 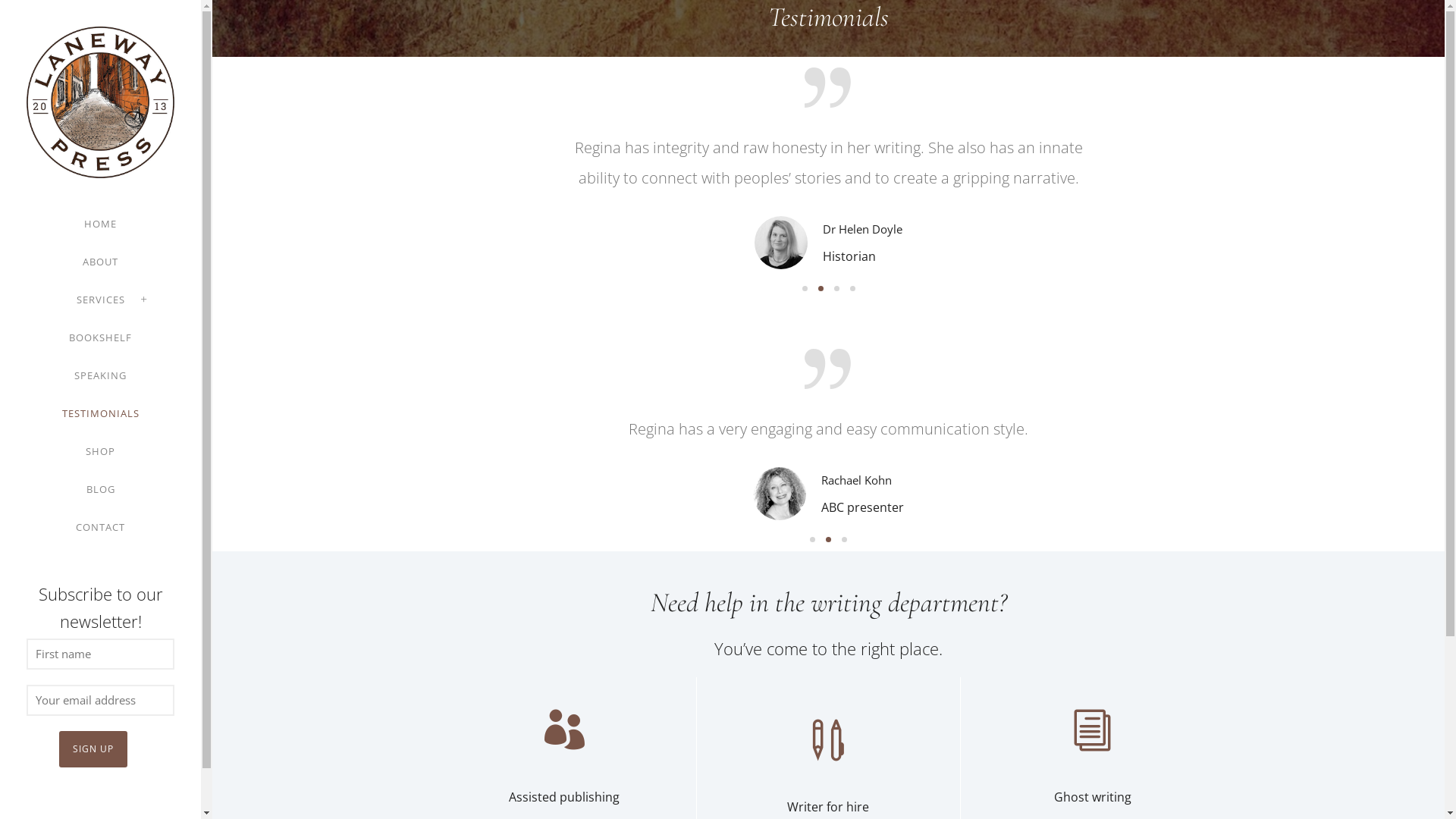 I want to click on 'SHOP', so click(x=99, y=450).